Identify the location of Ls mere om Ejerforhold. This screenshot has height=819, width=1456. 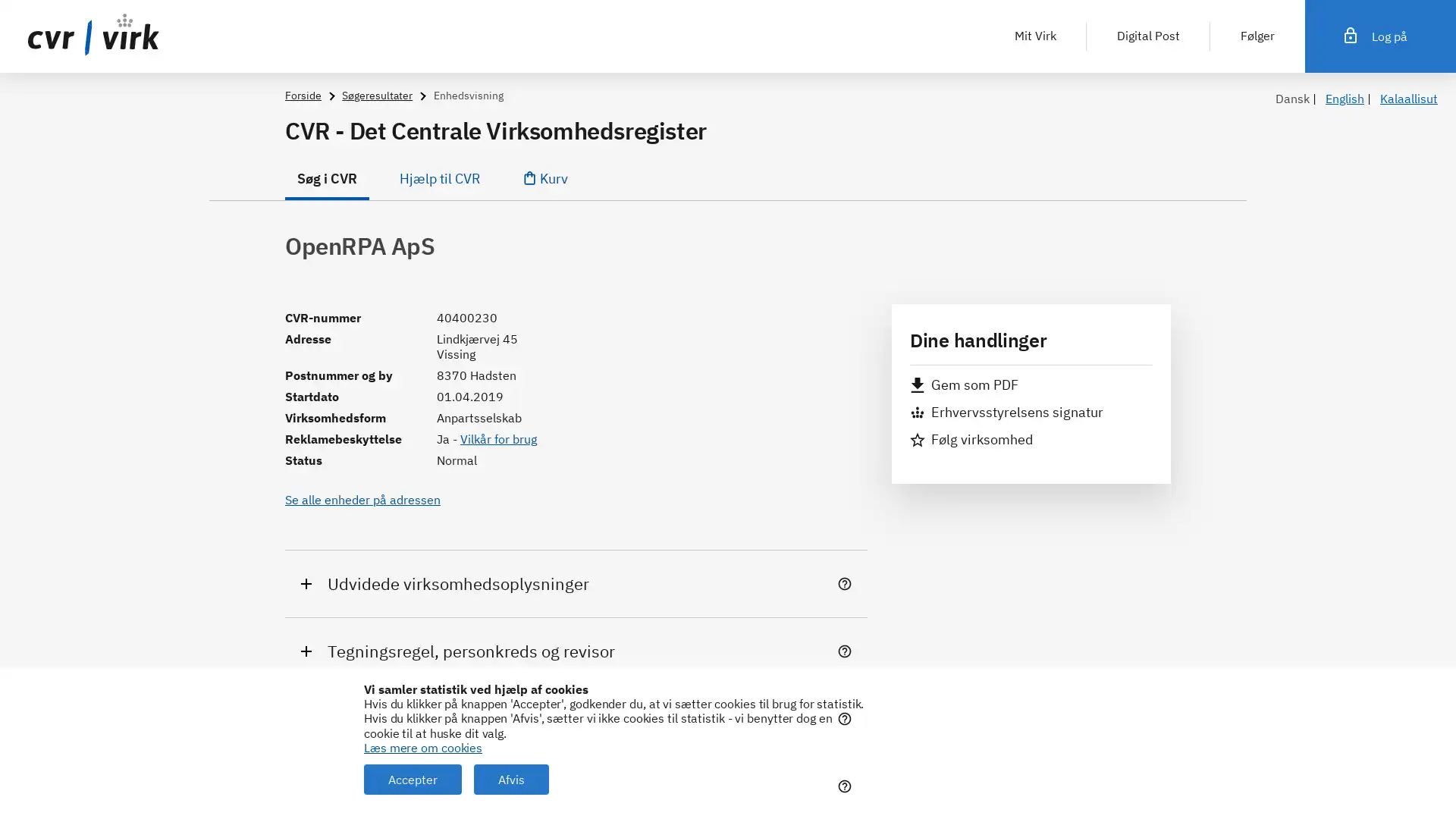
(847, 718).